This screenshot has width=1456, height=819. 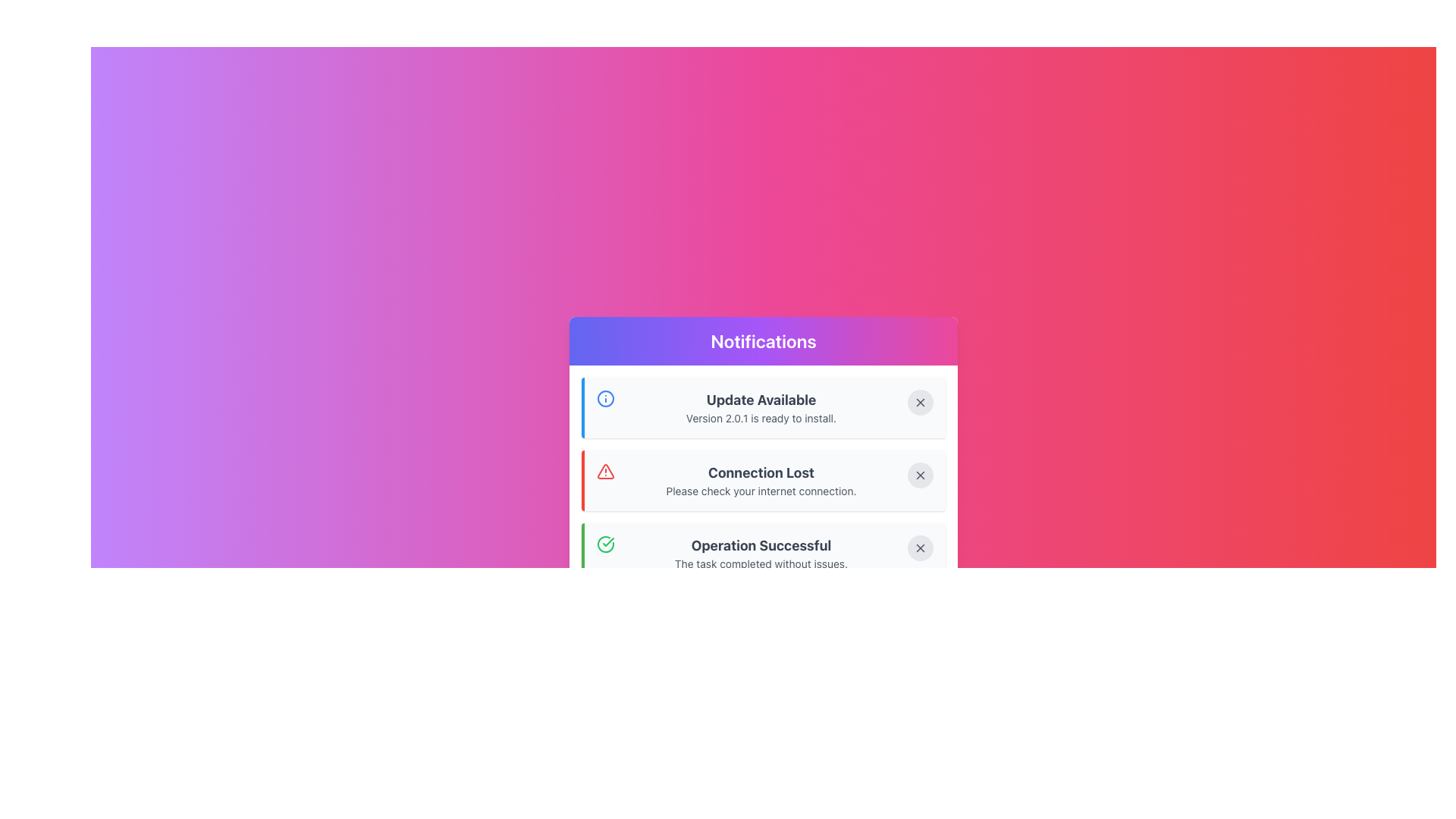 I want to click on the non-interactive success icon located in the lower section of the notification panel, to the far left of the 'Operation Successful' message, so click(x=604, y=543).